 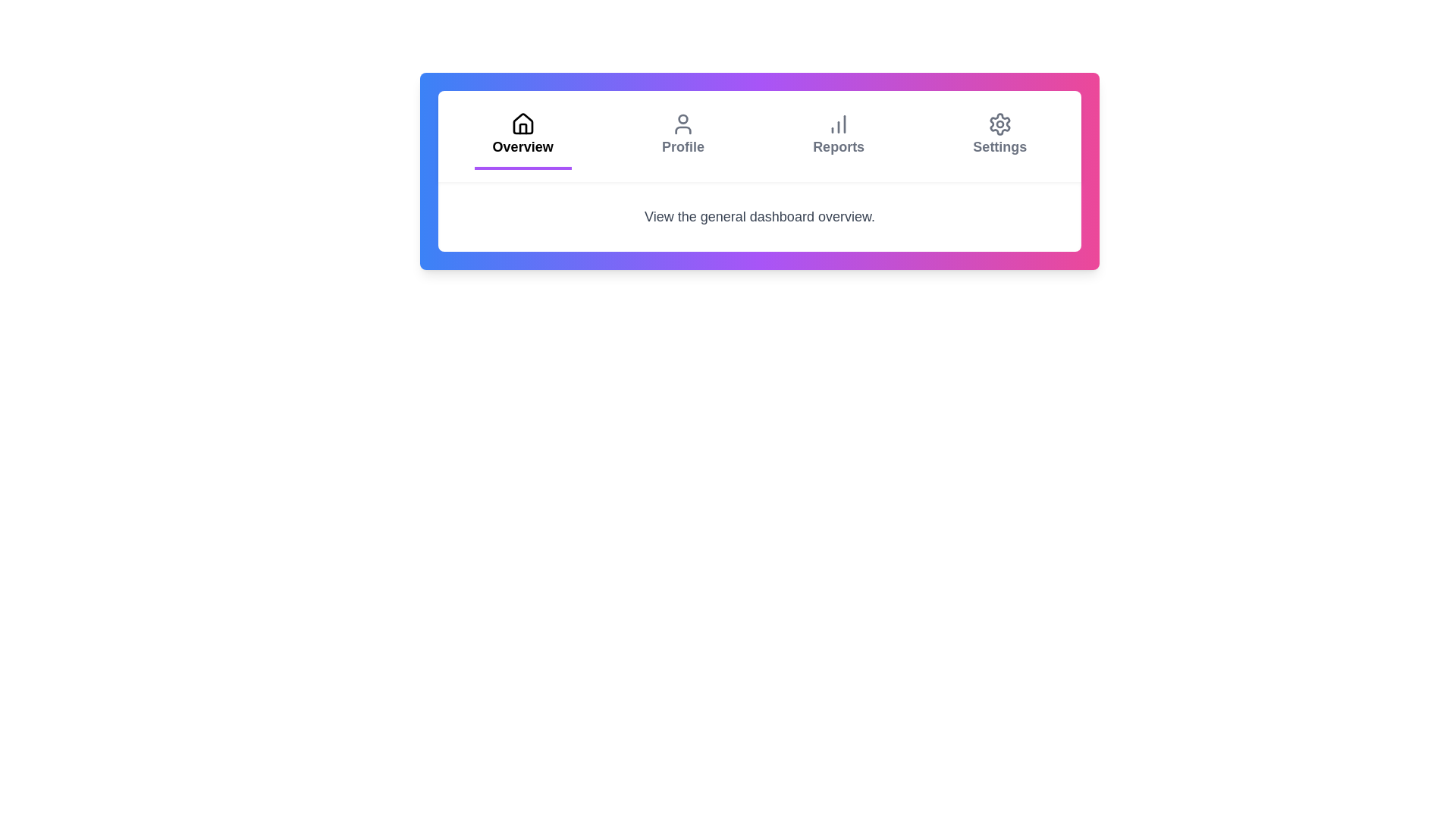 I want to click on the 'Profile' text label, which is displayed in gray font and positioned below the user profile icon in the tab navigation bar, so click(x=682, y=146).